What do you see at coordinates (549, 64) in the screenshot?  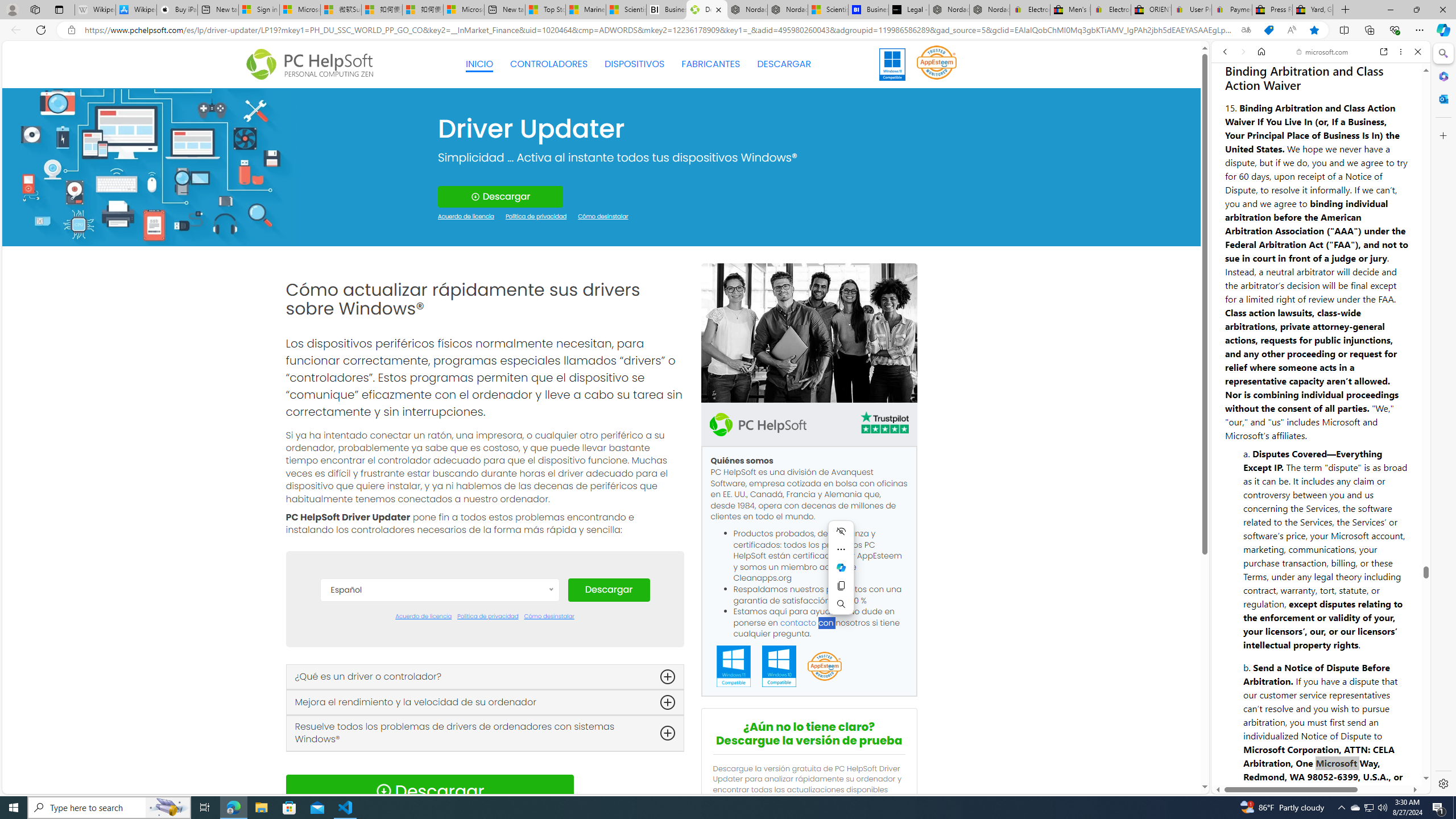 I see `'CONTROLADORES'` at bounding box center [549, 64].